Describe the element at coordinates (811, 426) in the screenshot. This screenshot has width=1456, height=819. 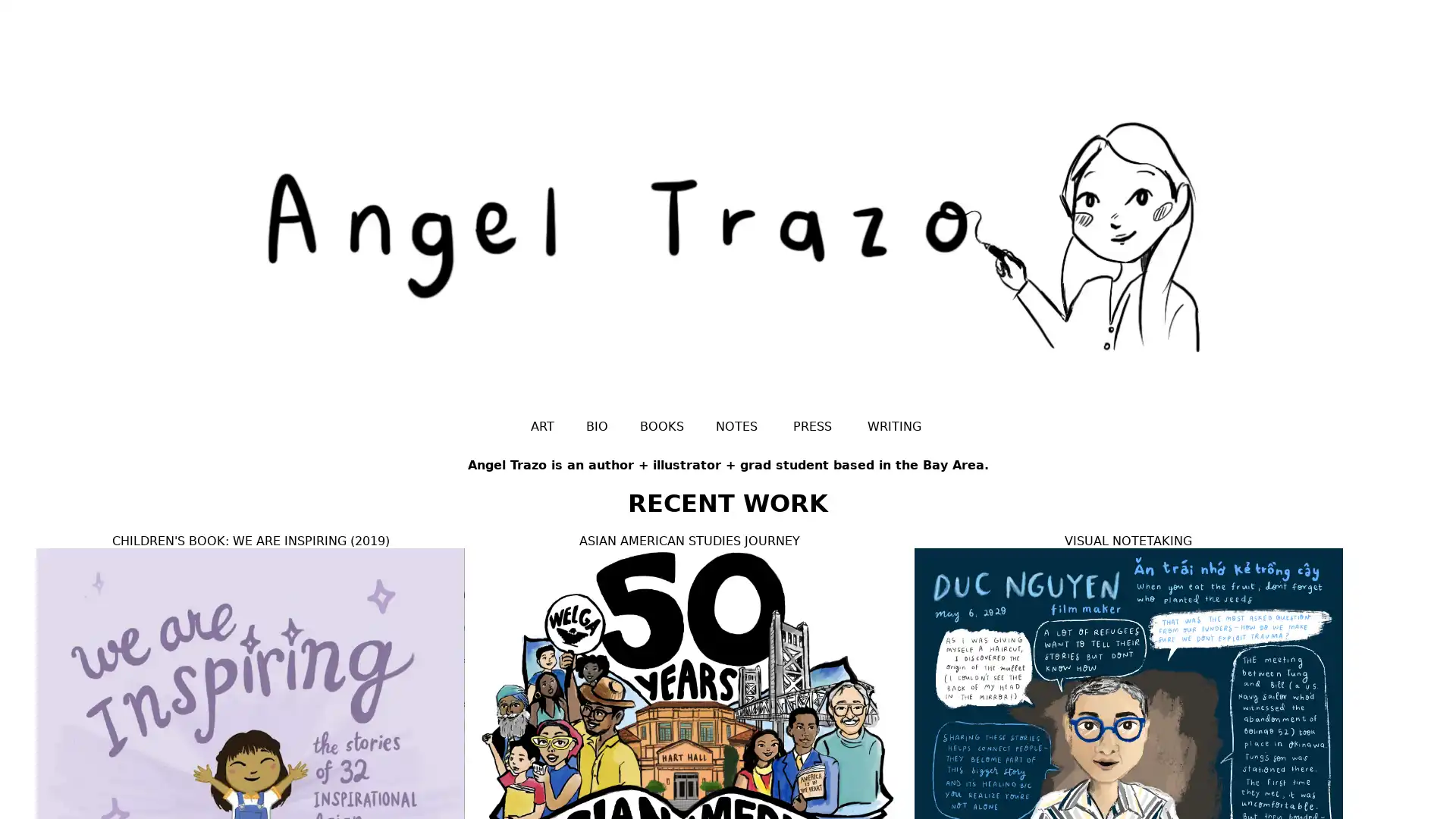
I see `PRESS` at that location.